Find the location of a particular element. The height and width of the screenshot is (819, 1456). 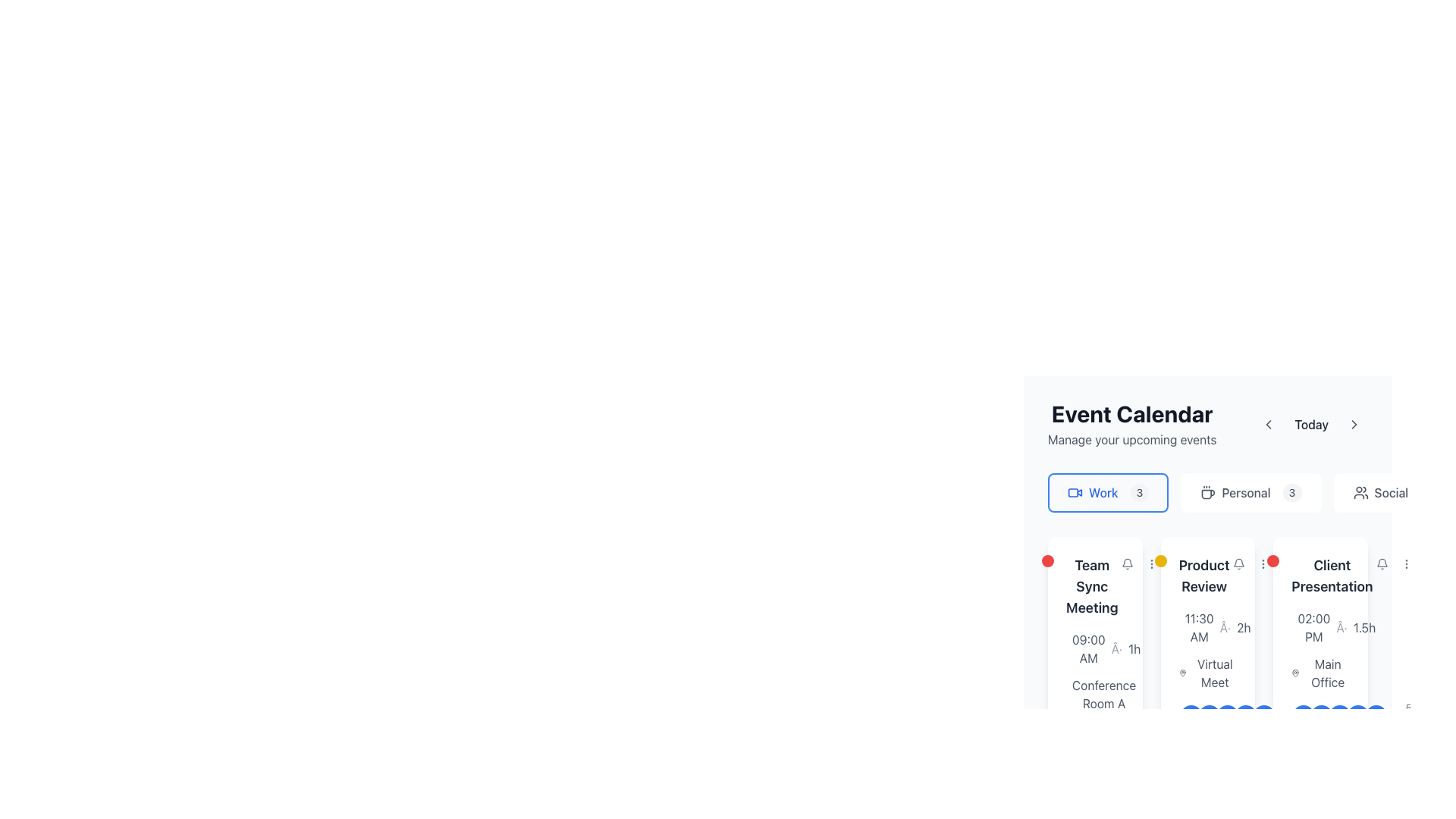

the icon group consisting of a bell icon and a vertical ellipsis icon located next to the 'Team Sync Meeting' title is located at coordinates (1139, 564).